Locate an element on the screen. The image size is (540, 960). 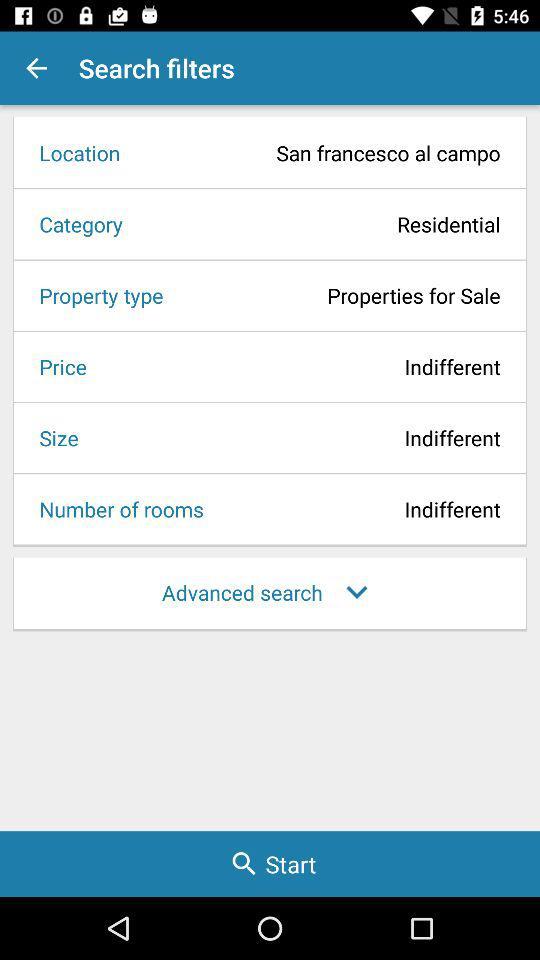
the advanced search item is located at coordinates (270, 592).